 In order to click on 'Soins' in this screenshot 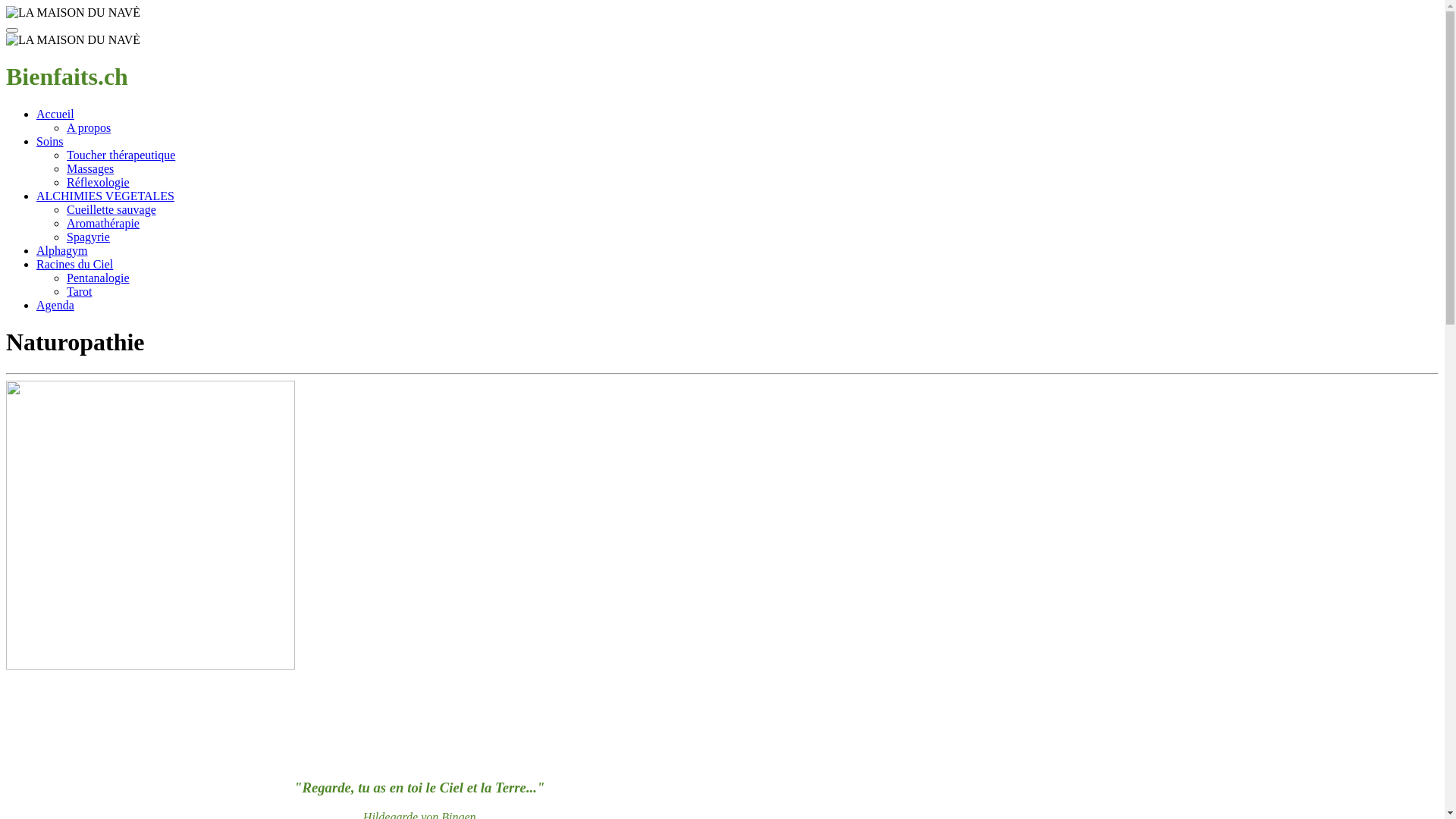, I will do `click(50, 141)`.